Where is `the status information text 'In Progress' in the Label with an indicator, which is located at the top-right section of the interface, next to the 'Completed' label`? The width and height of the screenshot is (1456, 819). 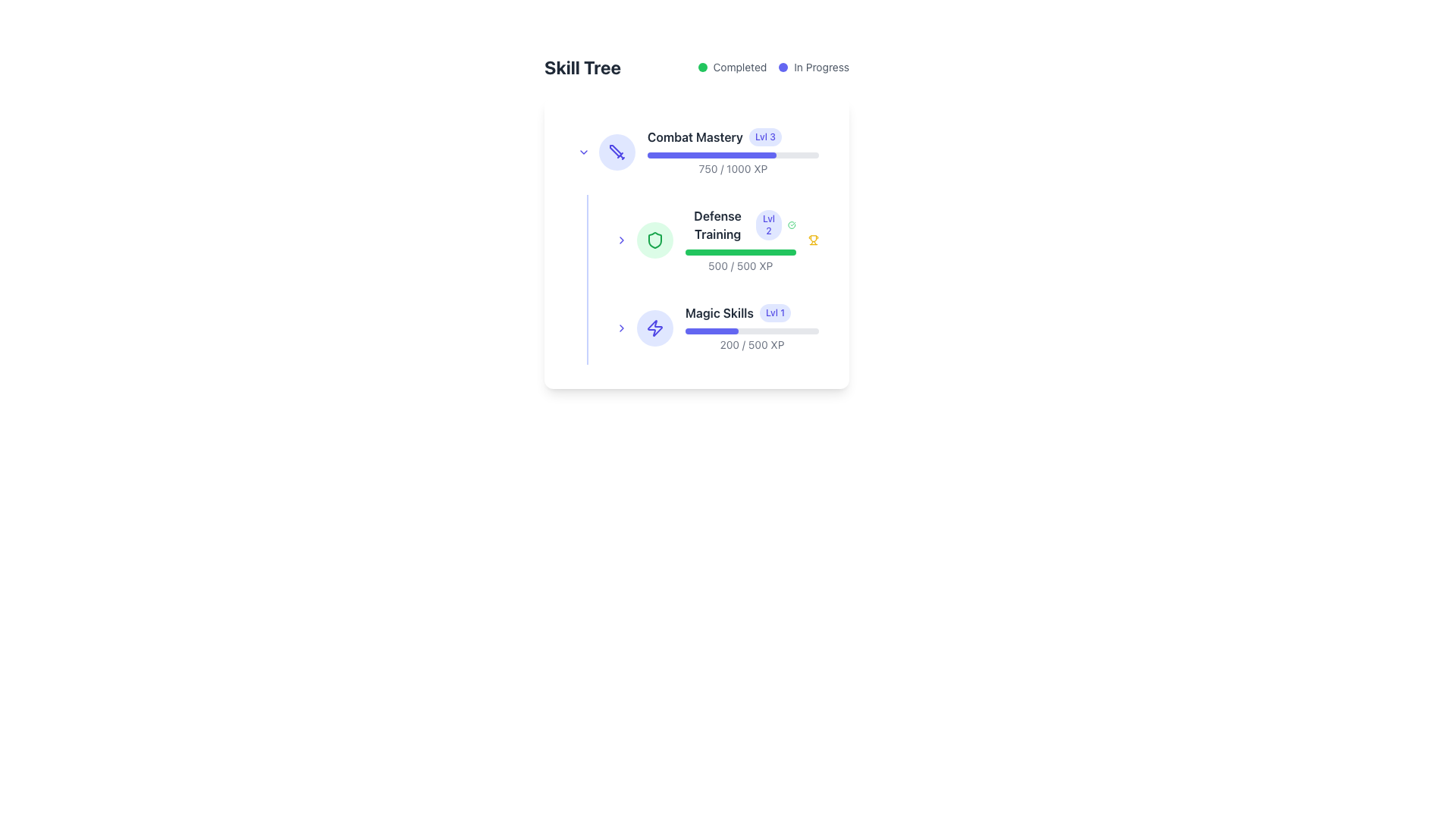 the status information text 'In Progress' in the Label with an indicator, which is located at the top-right section of the interface, next to the 'Completed' label is located at coordinates (813, 66).